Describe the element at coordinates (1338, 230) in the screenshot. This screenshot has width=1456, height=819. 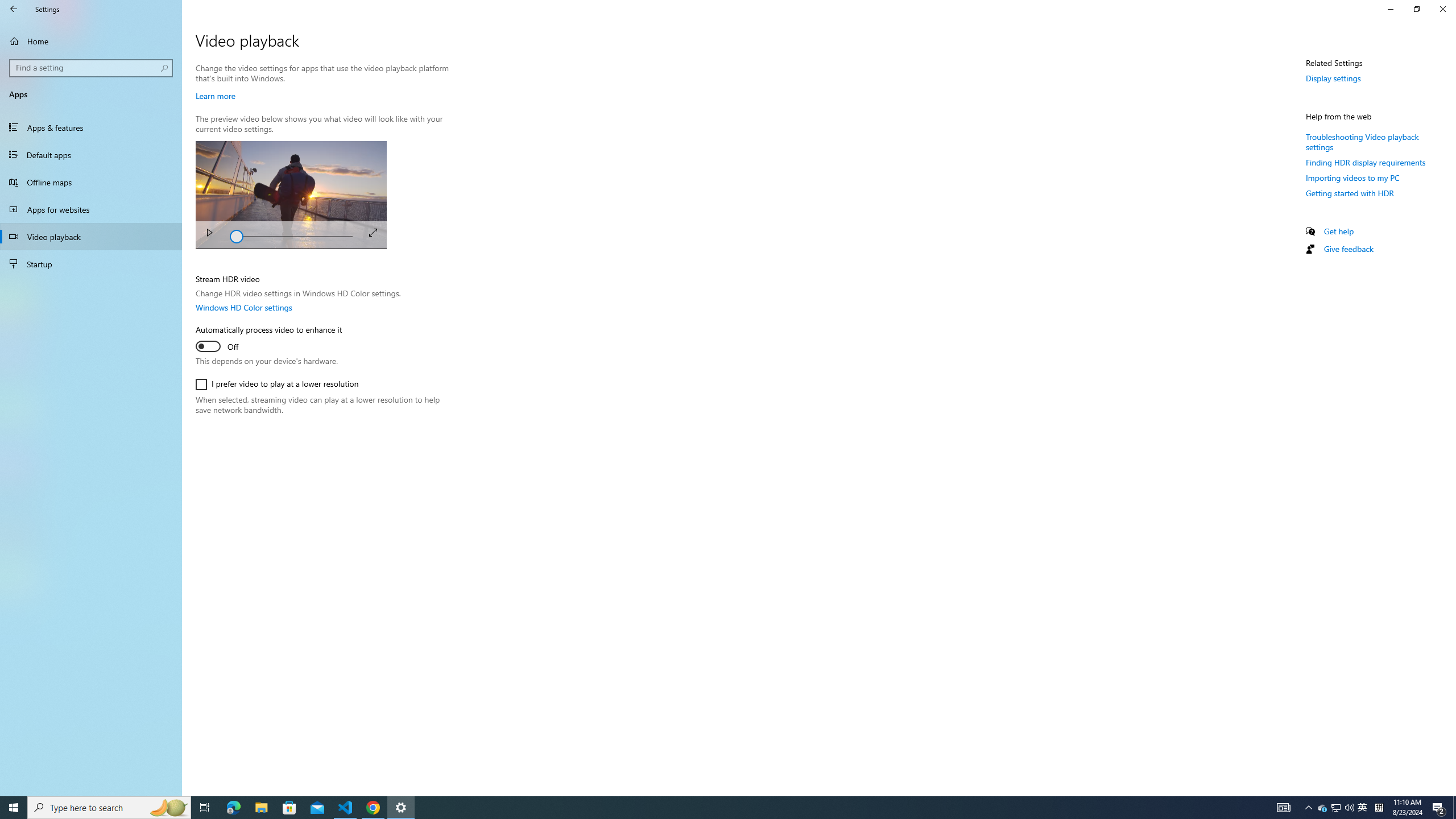
I see `'Get help'` at that location.